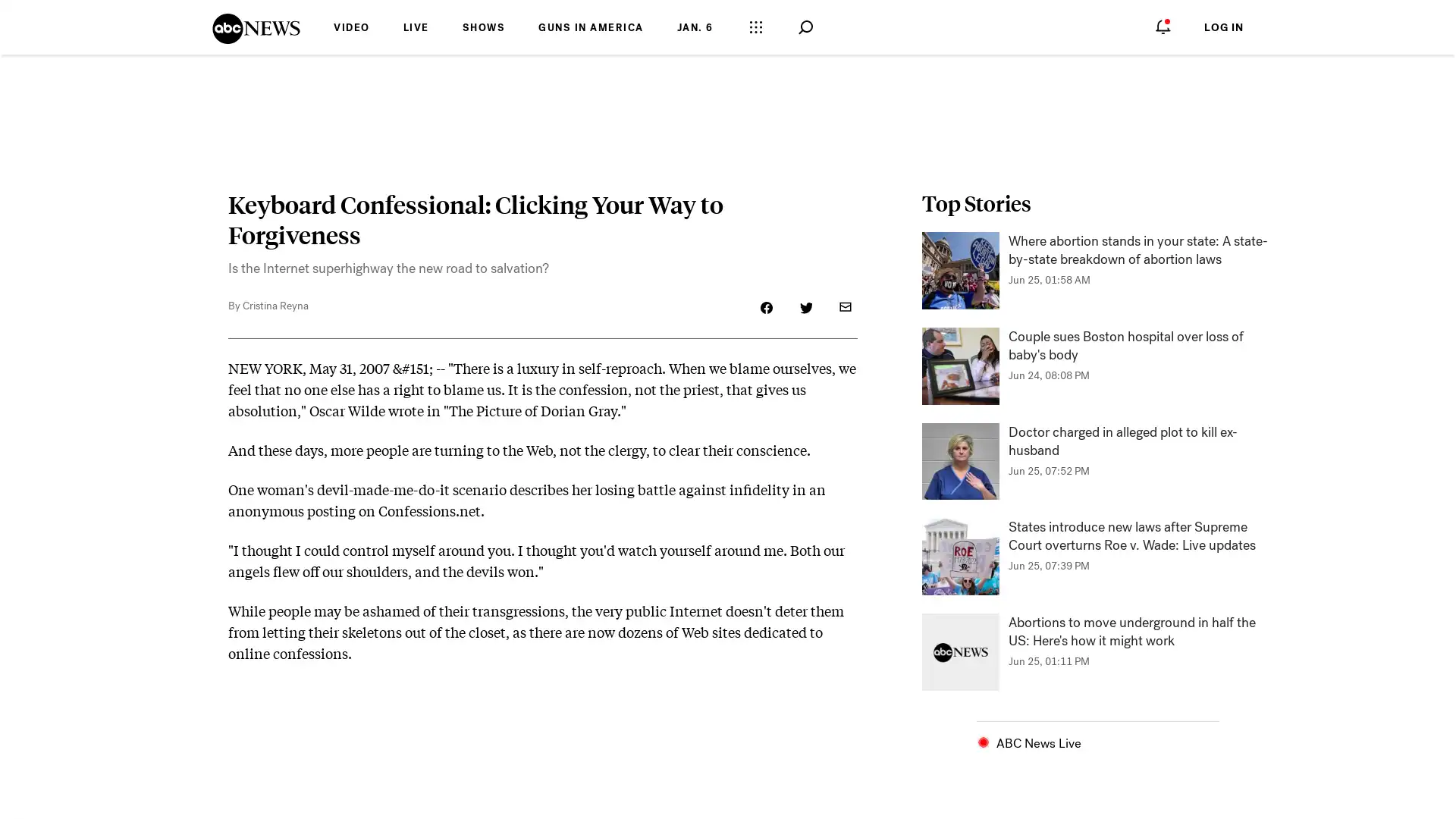 The width and height of the screenshot is (1456, 819). Describe the element at coordinates (1163, 26) in the screenshot. I see `notifications` at that location.